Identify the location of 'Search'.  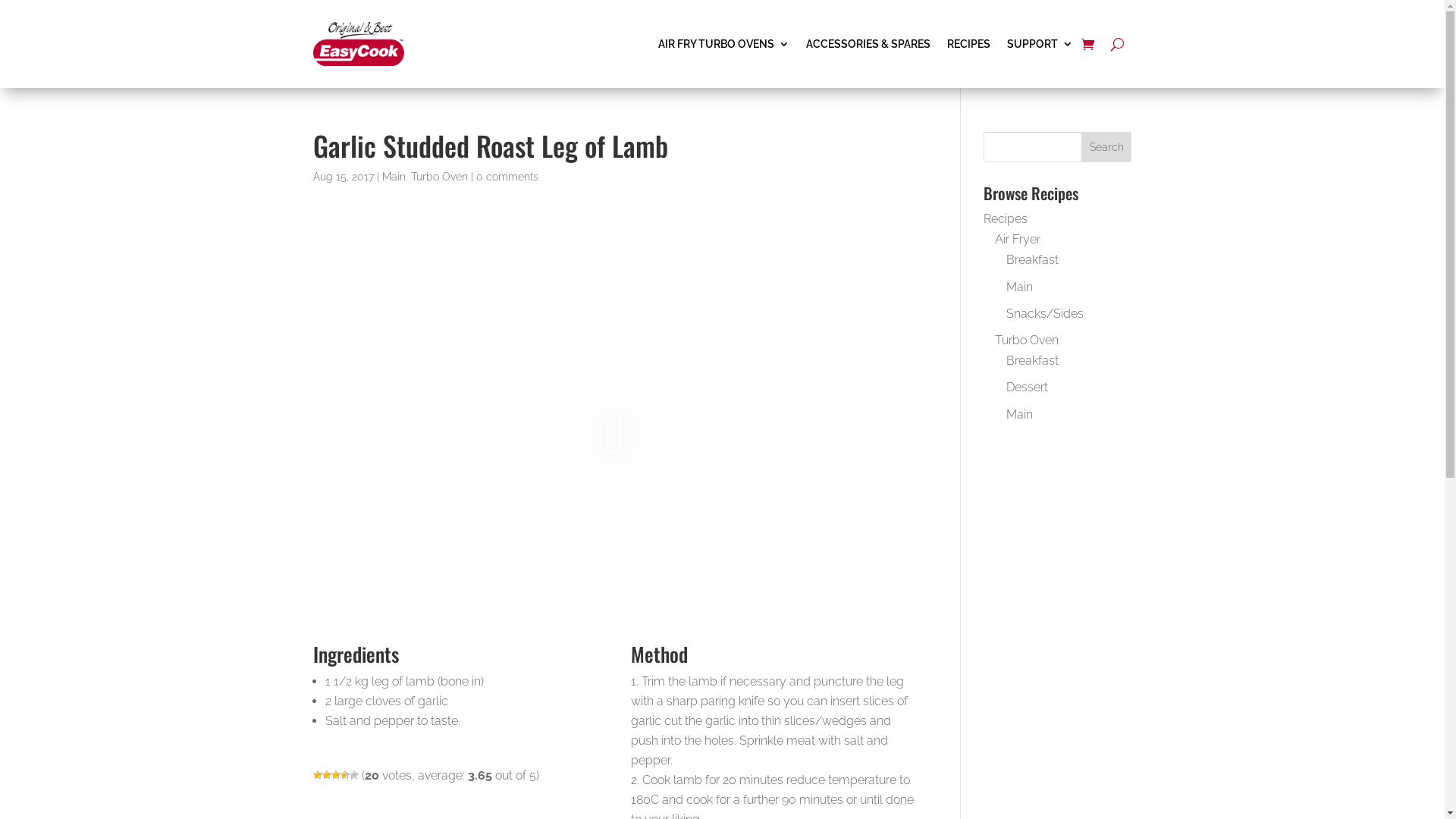
(1106, 146).